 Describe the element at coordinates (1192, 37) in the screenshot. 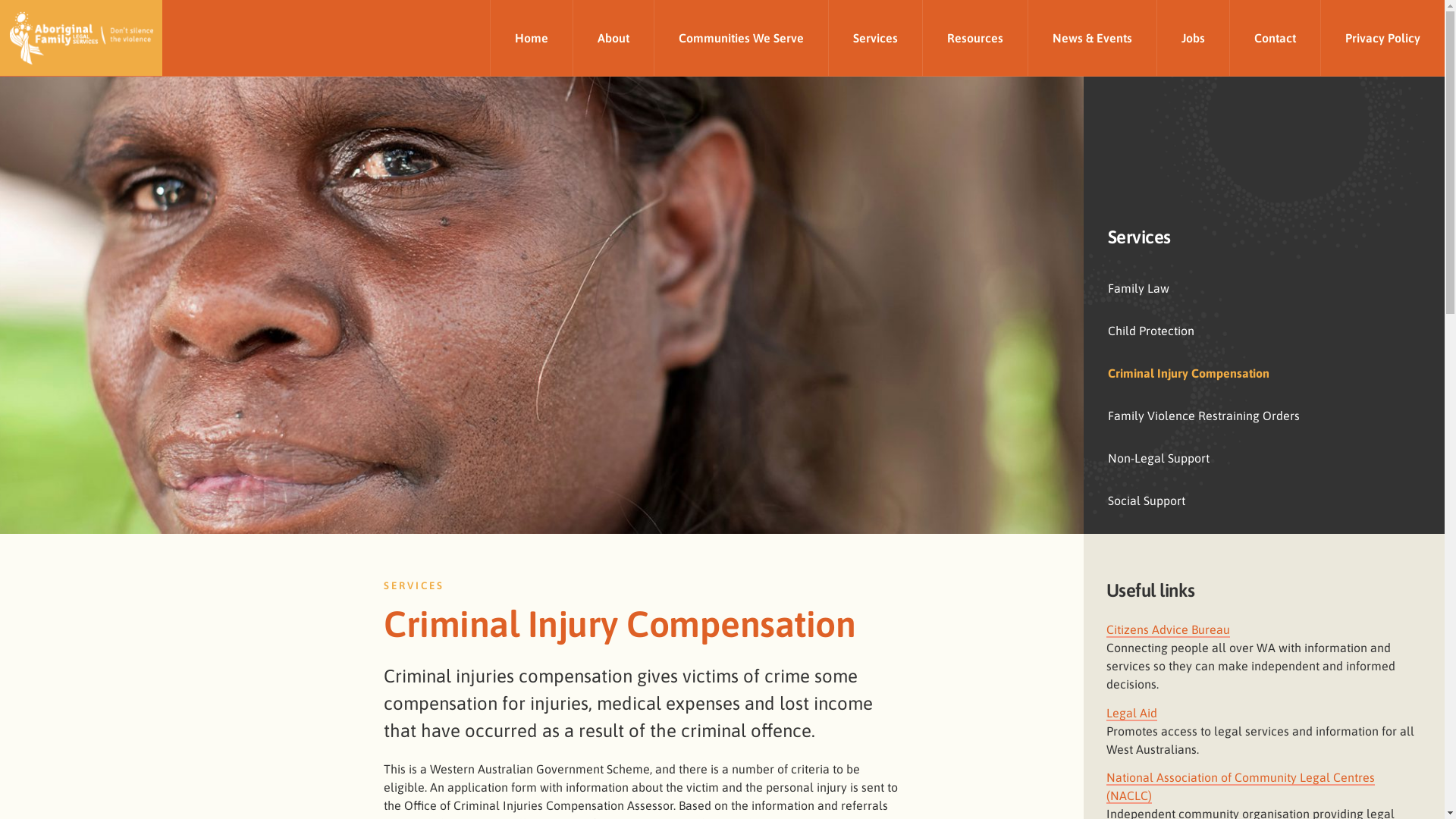

I see `'Jobs'` at that location.